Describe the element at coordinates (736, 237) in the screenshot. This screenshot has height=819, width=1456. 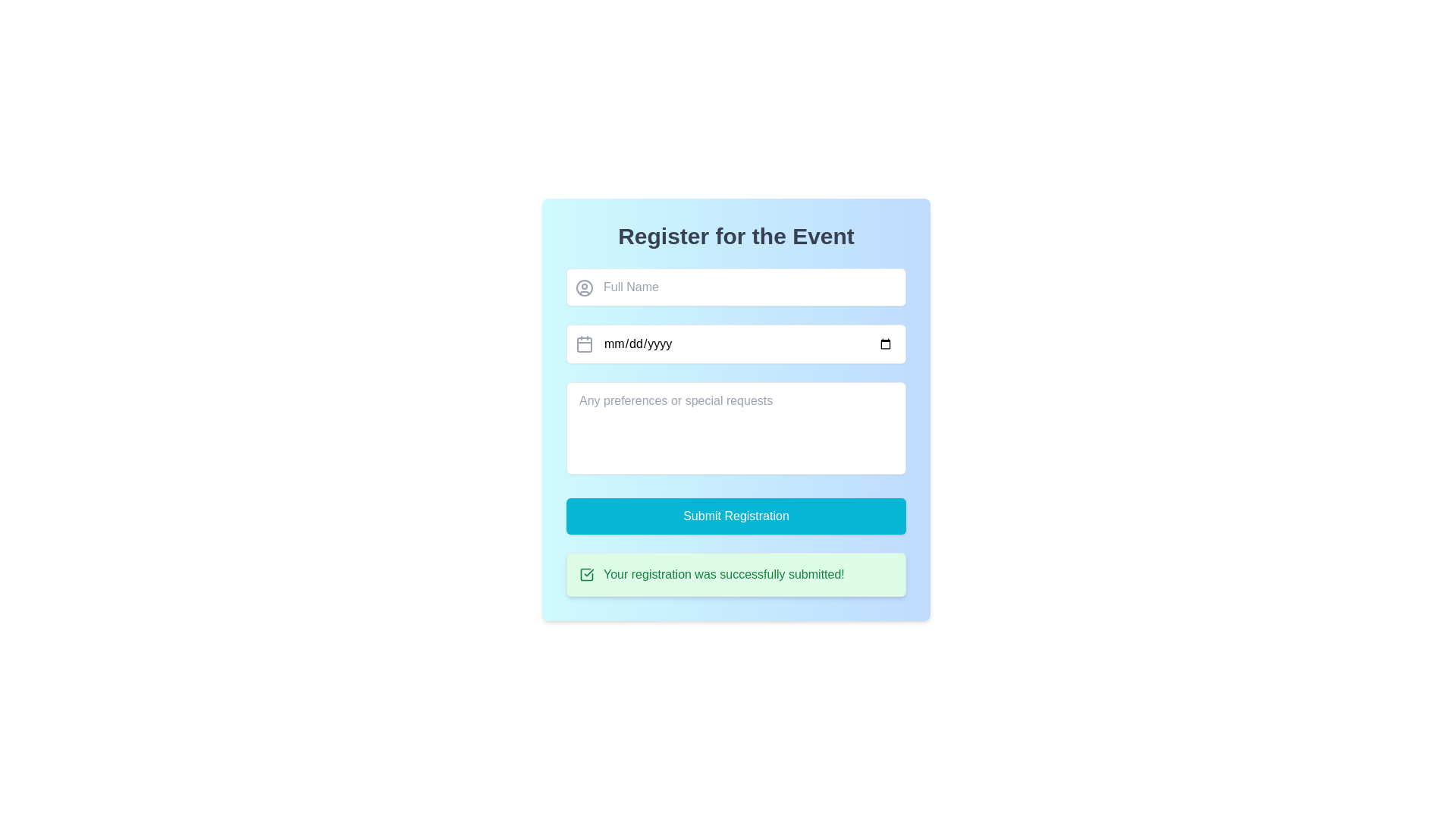
I see `the static text header titled 'Register for the Event', which is bold and centered at the top of the form card` at that location.